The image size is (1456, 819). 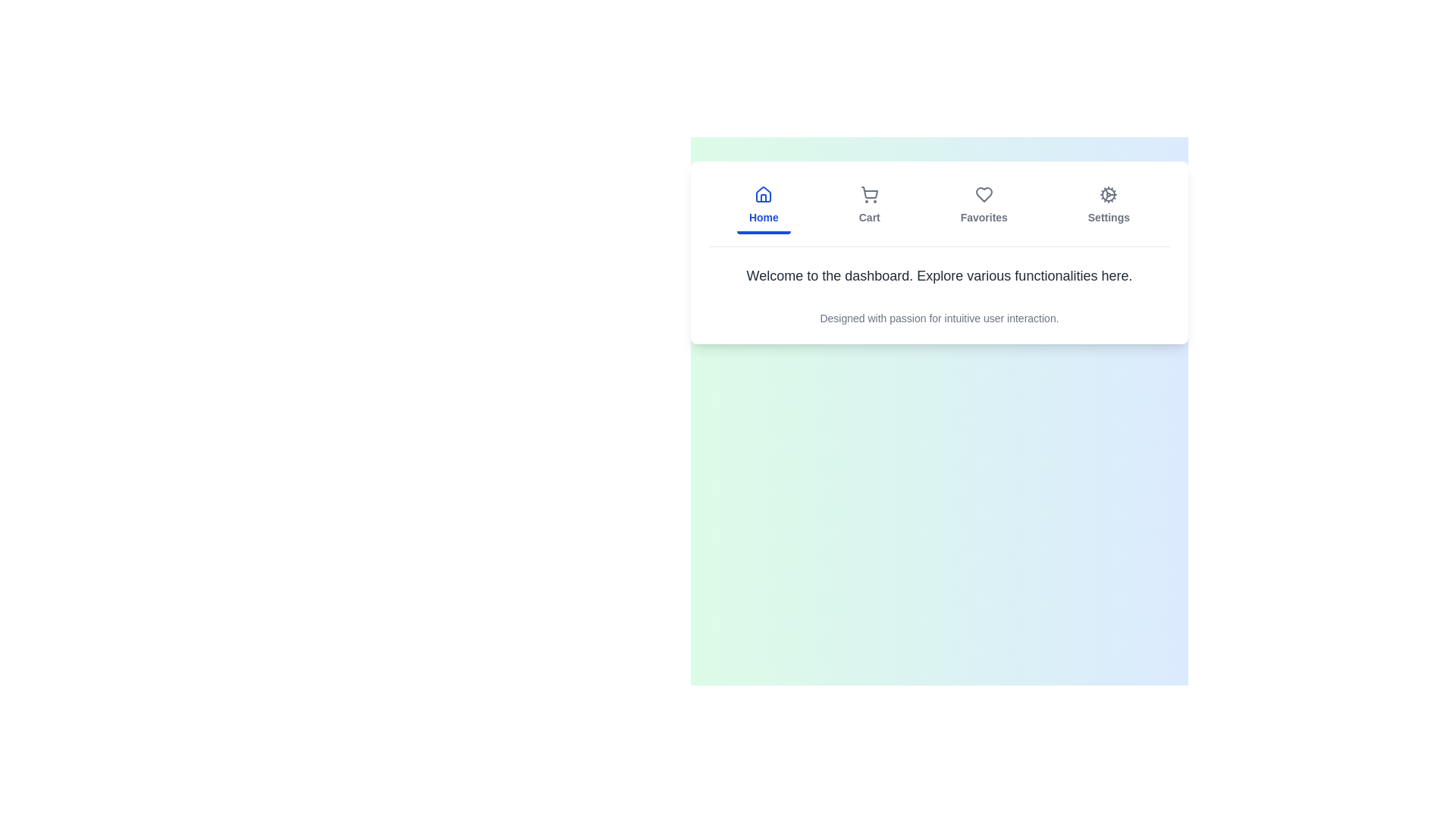 What do you see at coordinates (869, 192) in the screenshot?
I see `the shopping cart icon's body` at bounding box center [869, 192].